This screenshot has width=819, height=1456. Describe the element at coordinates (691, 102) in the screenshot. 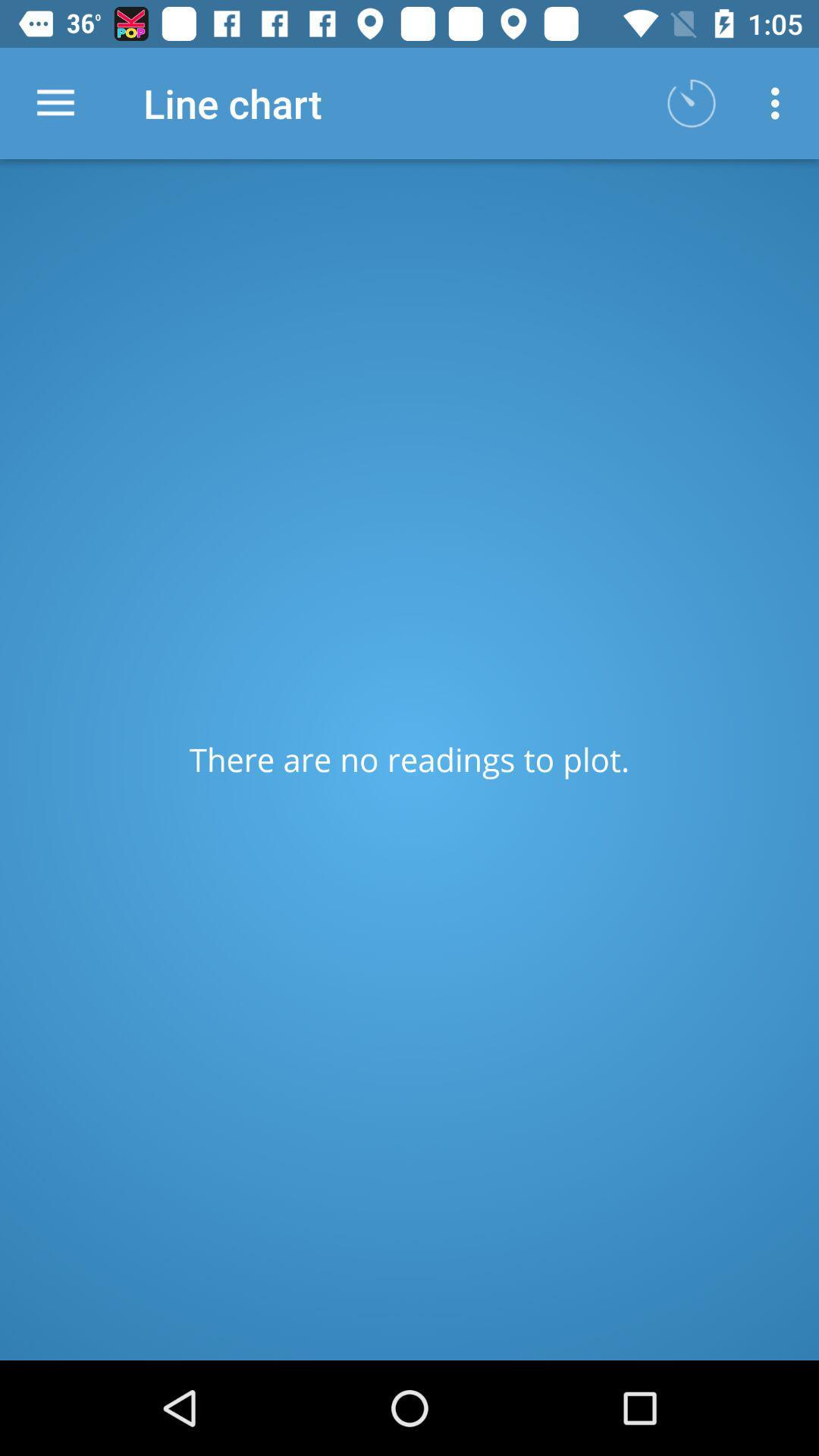

I see `icon next to the line chart` at that location.